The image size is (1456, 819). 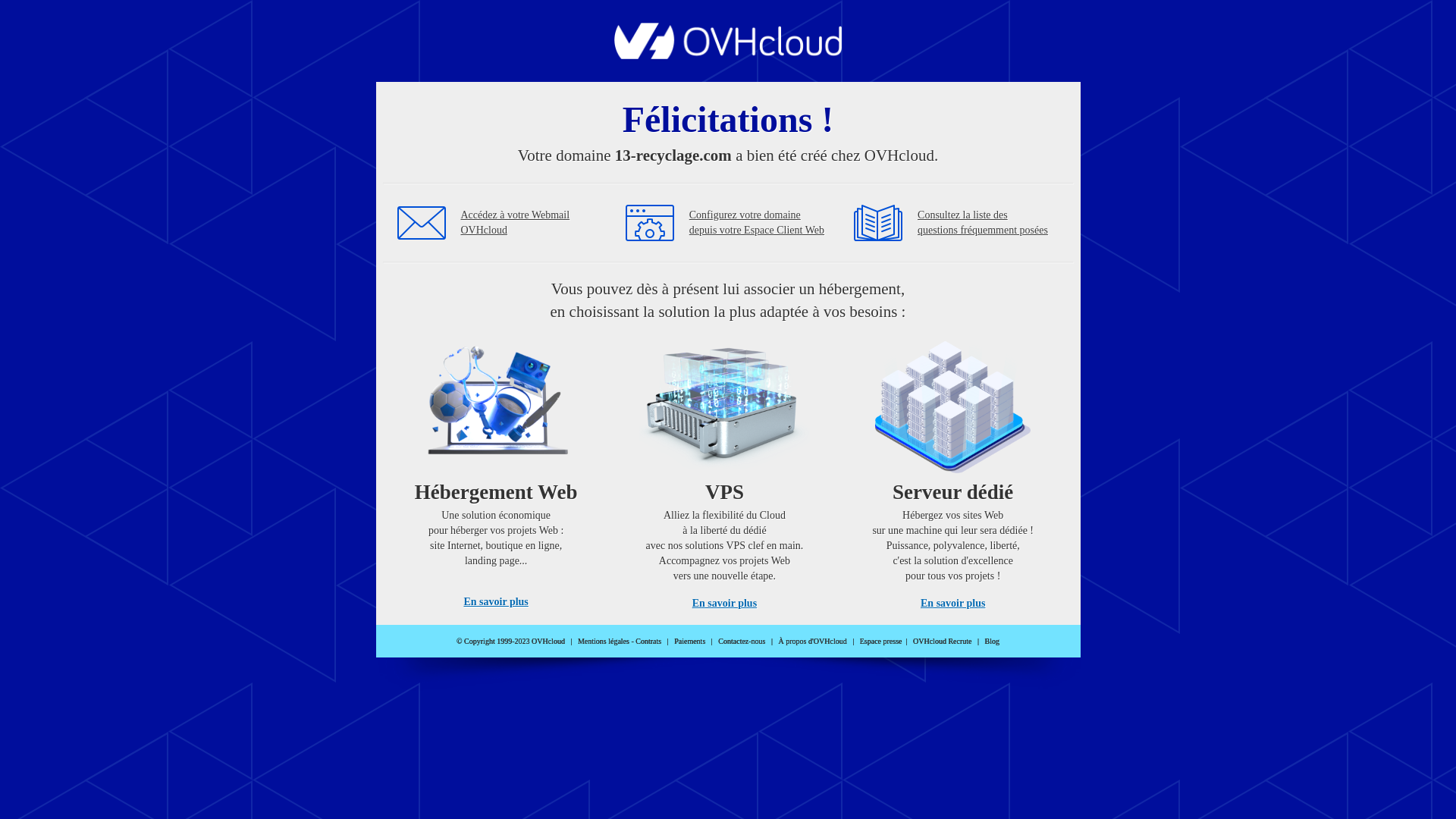 What do you see at coordinates (941, 641) in the screenshot?
I see `'OVHcloud Recrute'` at bounding box center [941, 641].